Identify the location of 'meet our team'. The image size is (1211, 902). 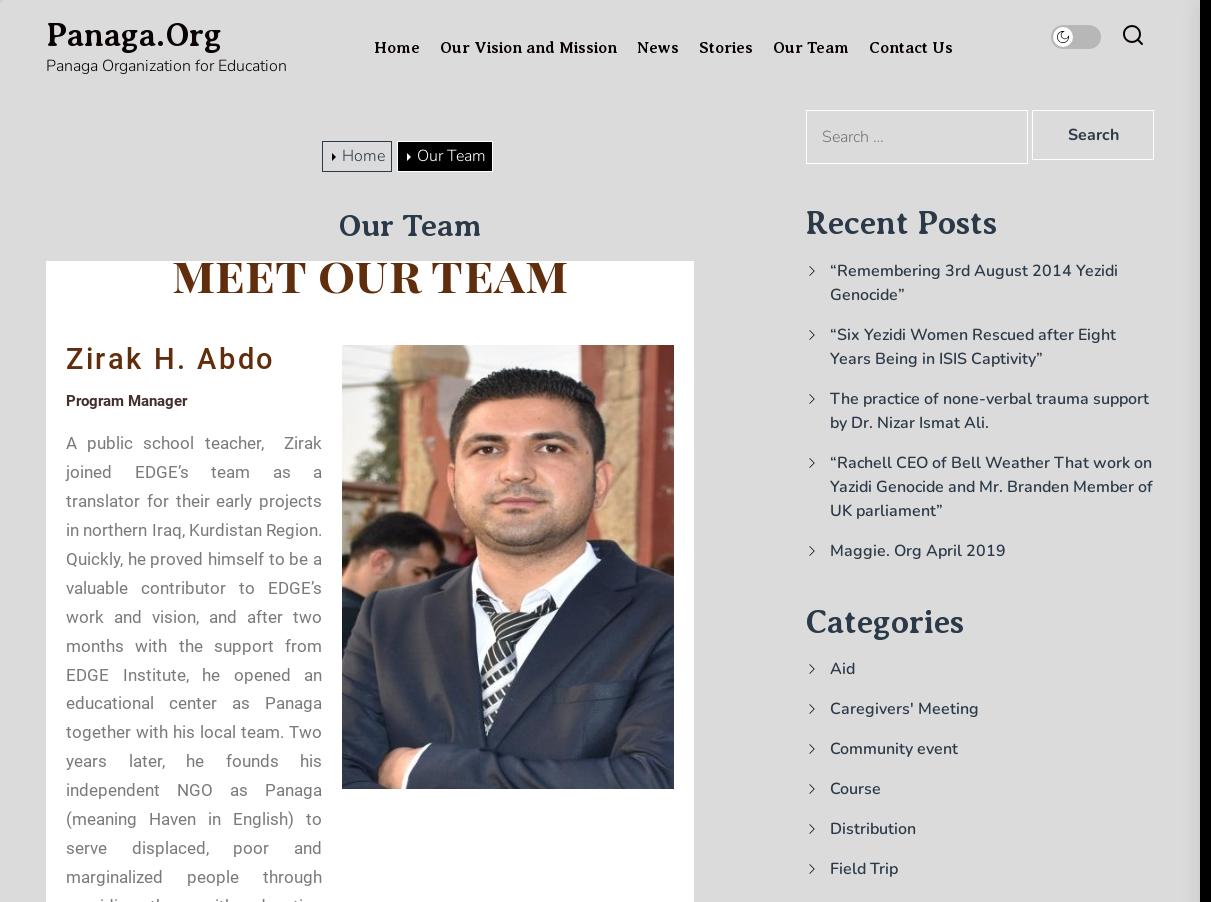
(368, 271).